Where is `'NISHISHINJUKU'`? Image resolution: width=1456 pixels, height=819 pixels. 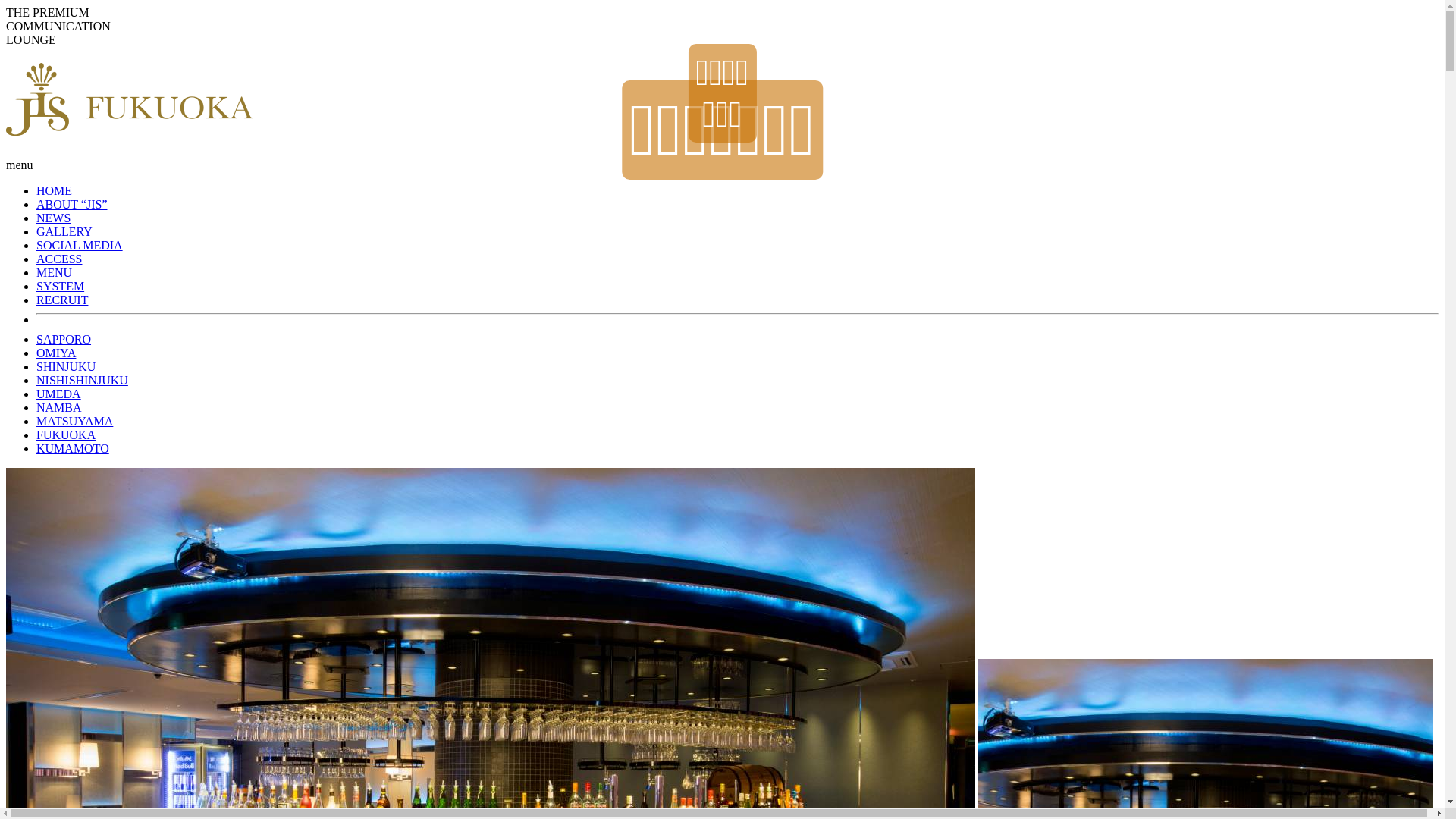 'NISHISHINJUKU' is located at coordinates (81, 379).